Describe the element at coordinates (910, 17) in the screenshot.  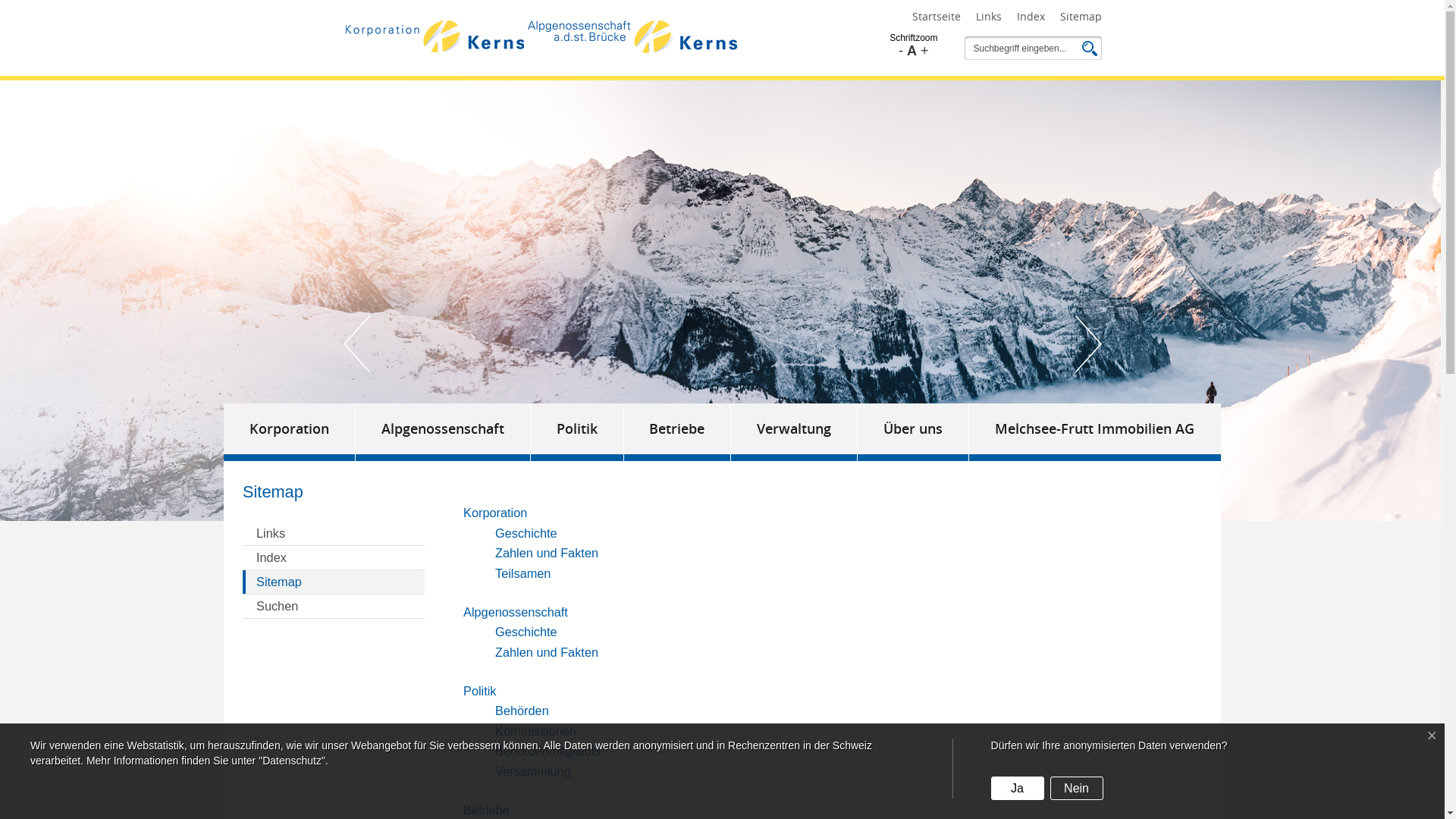
I see `'Startseite'` at that location.